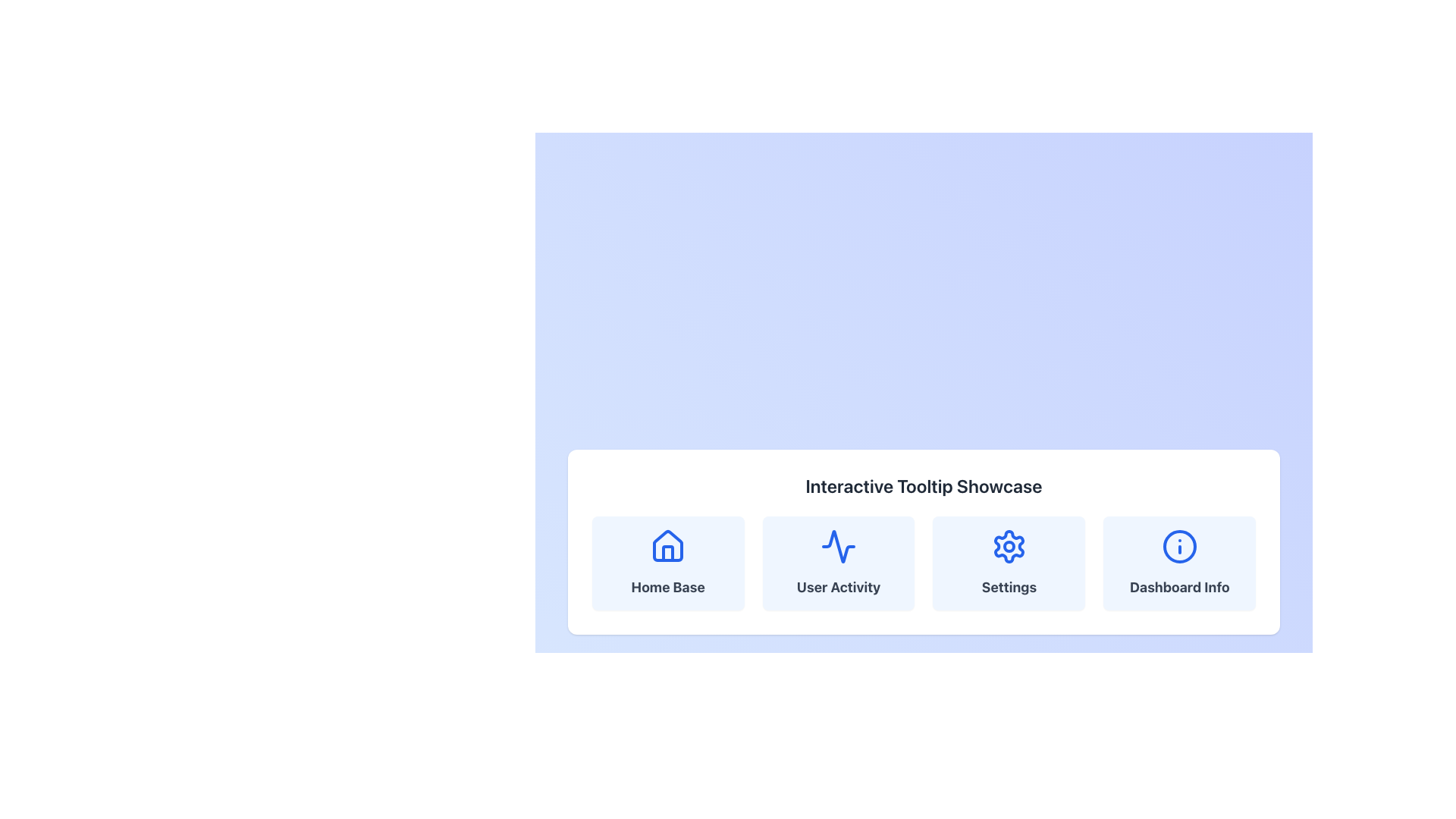 The image size is (1456, 819). What do you see at coordinates (1009, 547) in the screenshot?
I see `the gear icon within the settings button, which is a vibrant blue cogwheel design located in a white rounded square button` at bounding box center [1009, 547].